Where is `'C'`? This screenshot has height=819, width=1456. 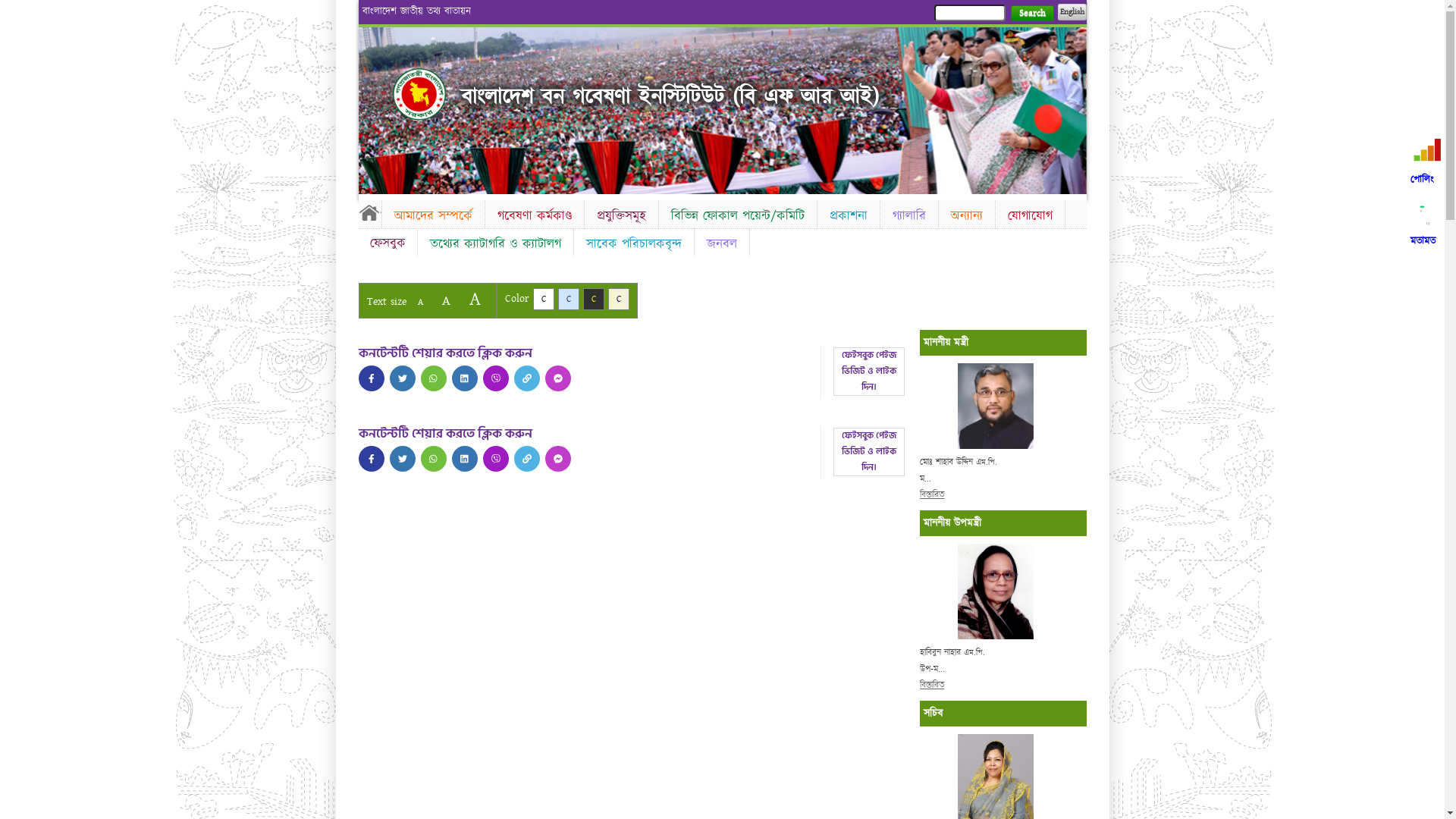
'C' is located at coordinates (567, 299).